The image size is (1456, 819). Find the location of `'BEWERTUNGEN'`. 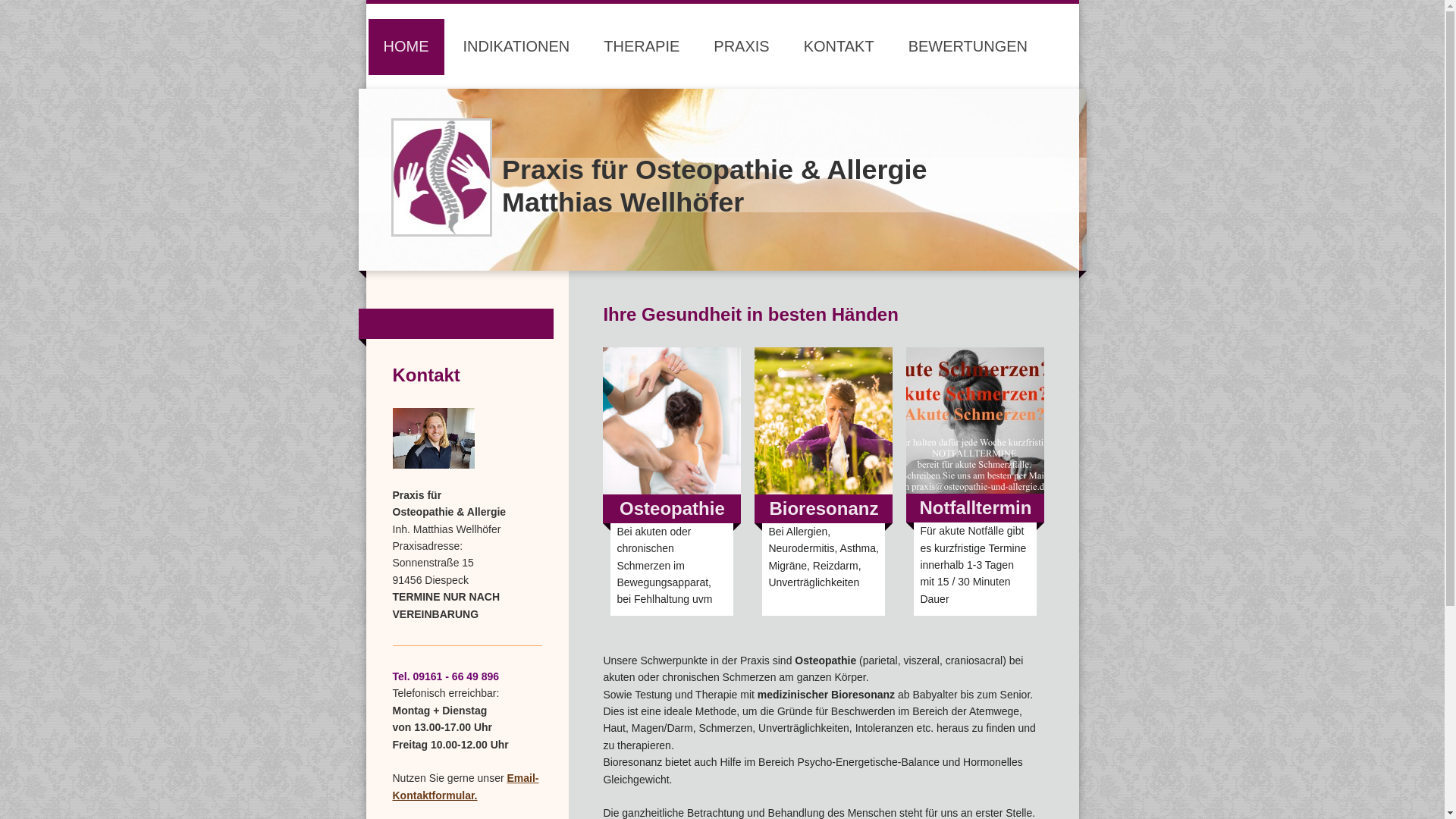

'BEWERTUNGEN' is located at coordinates (967, 45).